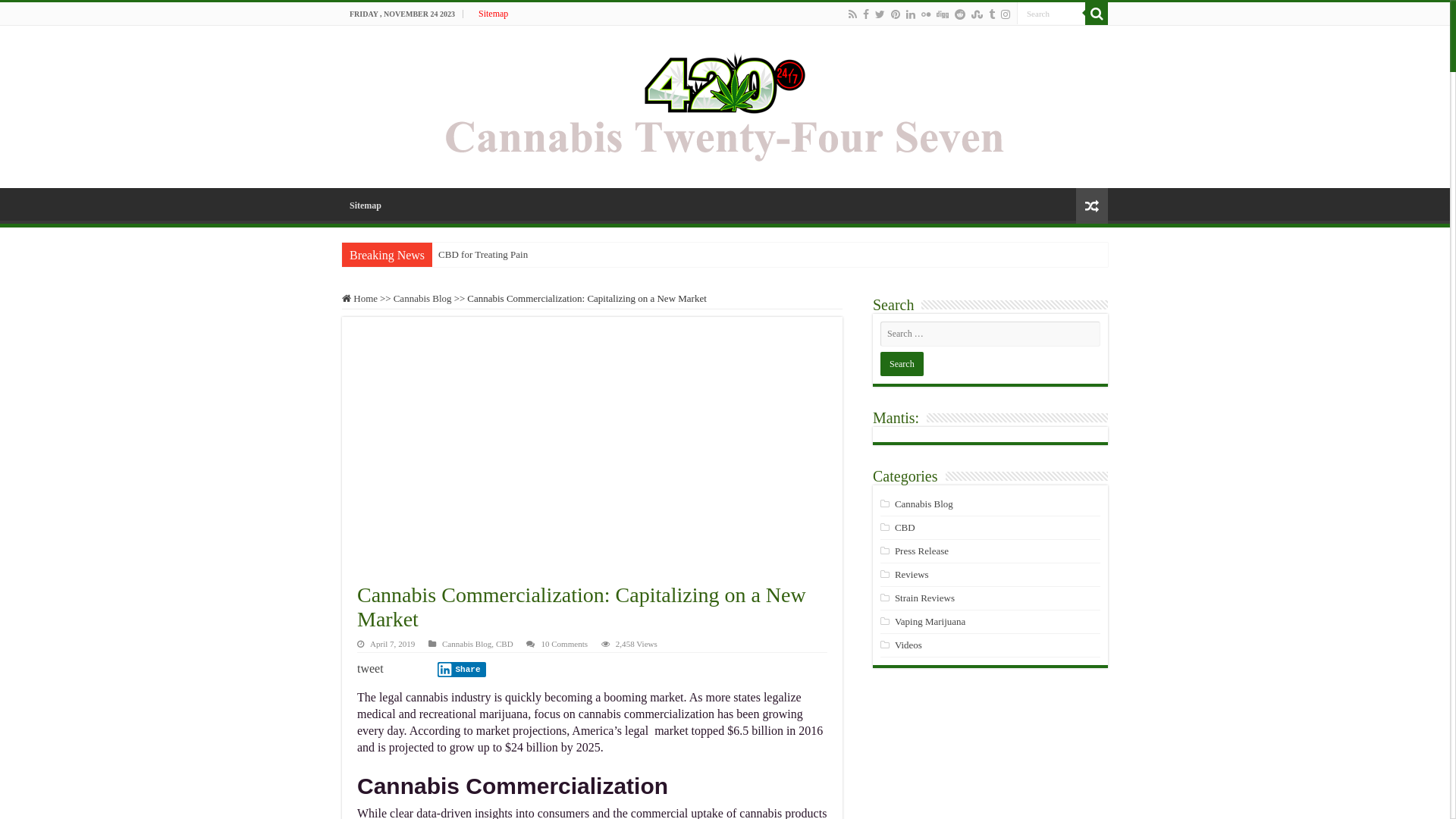 The height and width of the screenshot is (819, 1456). I want to click on 'Random Article', so click(1092, 206).